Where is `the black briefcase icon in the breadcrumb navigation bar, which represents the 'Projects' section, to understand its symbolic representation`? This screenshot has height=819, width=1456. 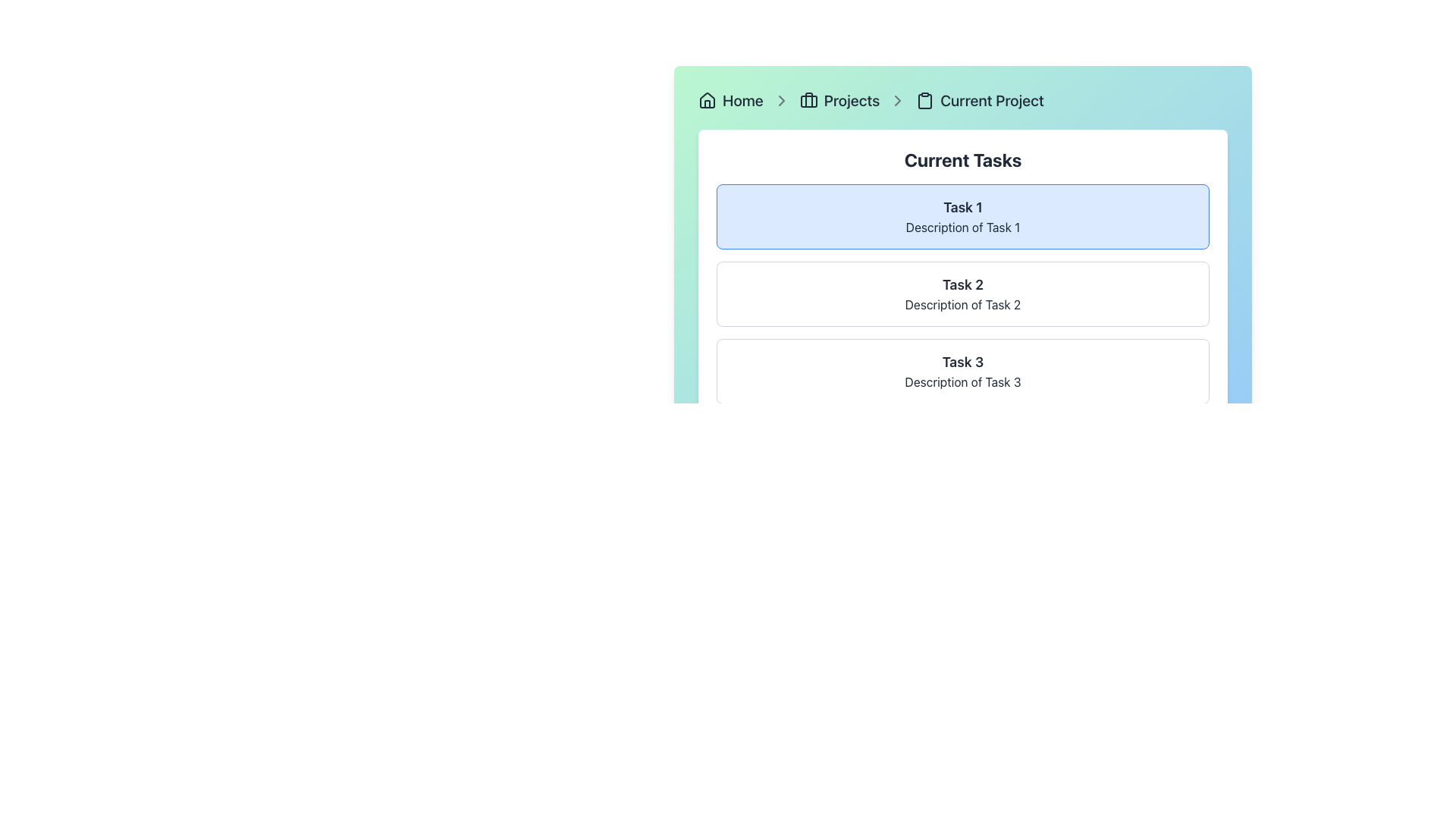
the black briefcase icon in the breadcrumb navigation bar, which represents the 'Projects' section, to understand its symbolic representation is located at coordinates (808, 100).